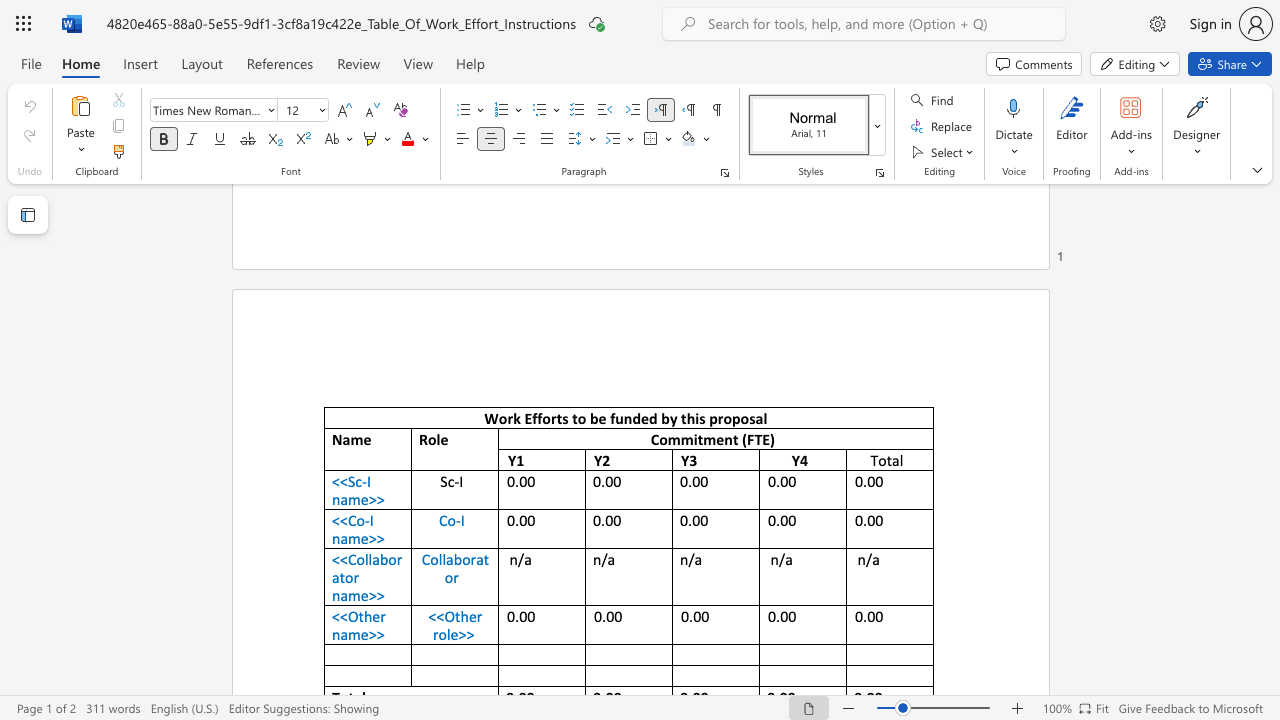 This screenshot has height=720, width=1280. Describe the element at coordinates (332, 537) in the screenshot. I see `the subset text "name" within the text "<<Co-I name>>"` at that location.